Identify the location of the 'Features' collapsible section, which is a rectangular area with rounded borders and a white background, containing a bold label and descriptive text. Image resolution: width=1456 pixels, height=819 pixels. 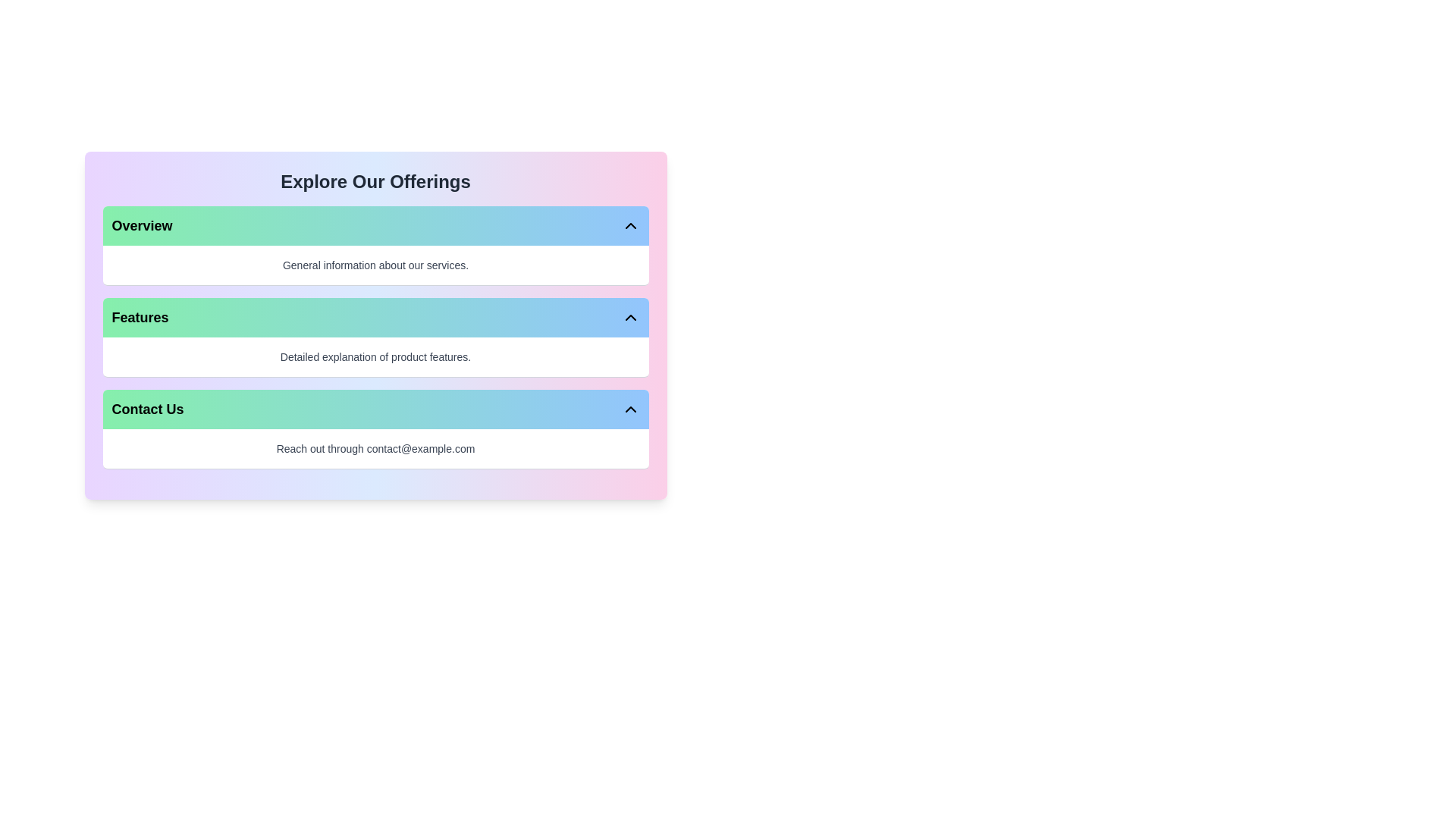
(375, 337).